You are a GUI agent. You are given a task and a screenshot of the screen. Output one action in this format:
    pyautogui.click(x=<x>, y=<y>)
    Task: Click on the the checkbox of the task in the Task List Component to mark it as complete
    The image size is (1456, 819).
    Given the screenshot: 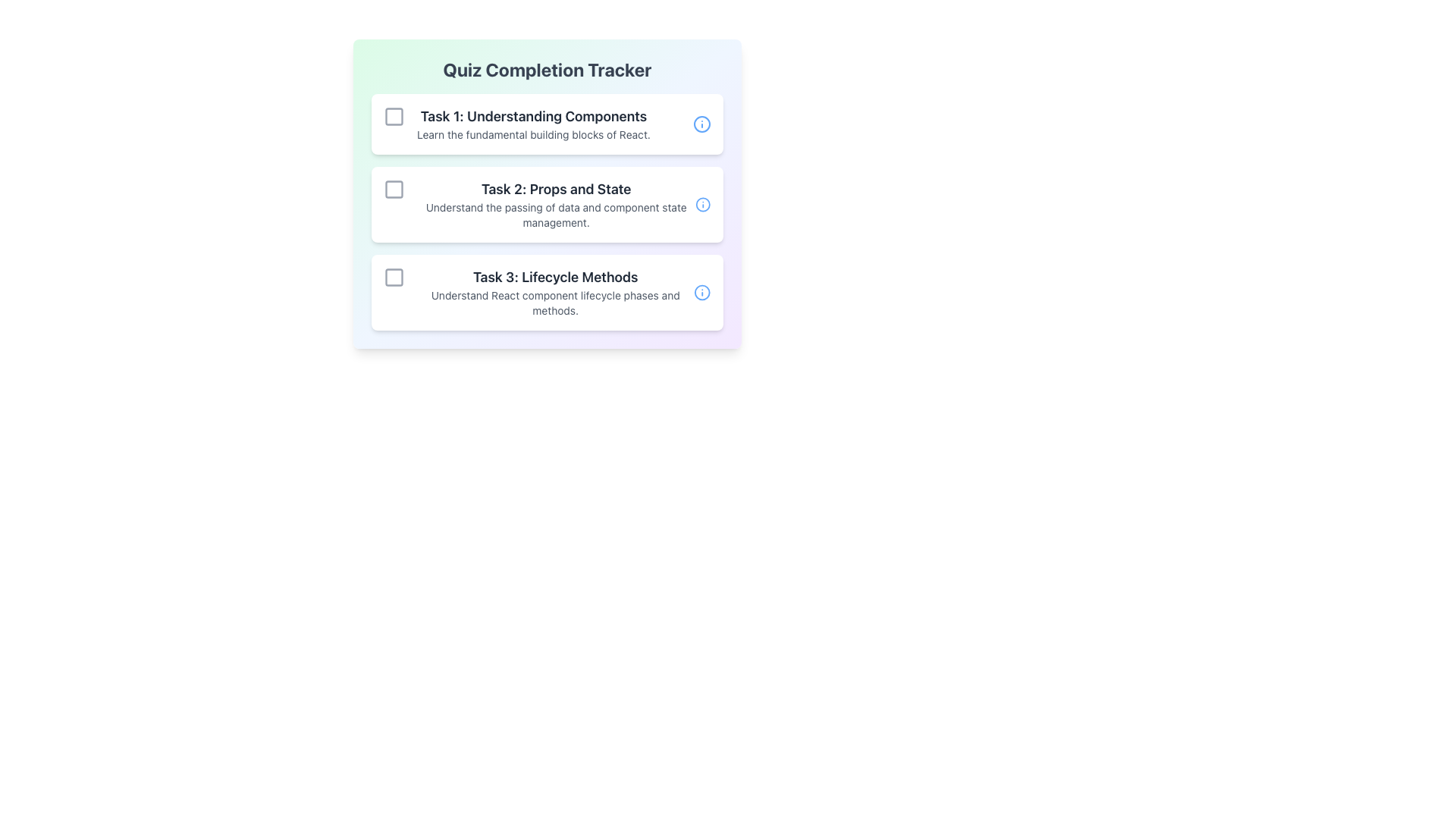 What is the action you would take?
    pyautogui.click(x=546, y=212)
    